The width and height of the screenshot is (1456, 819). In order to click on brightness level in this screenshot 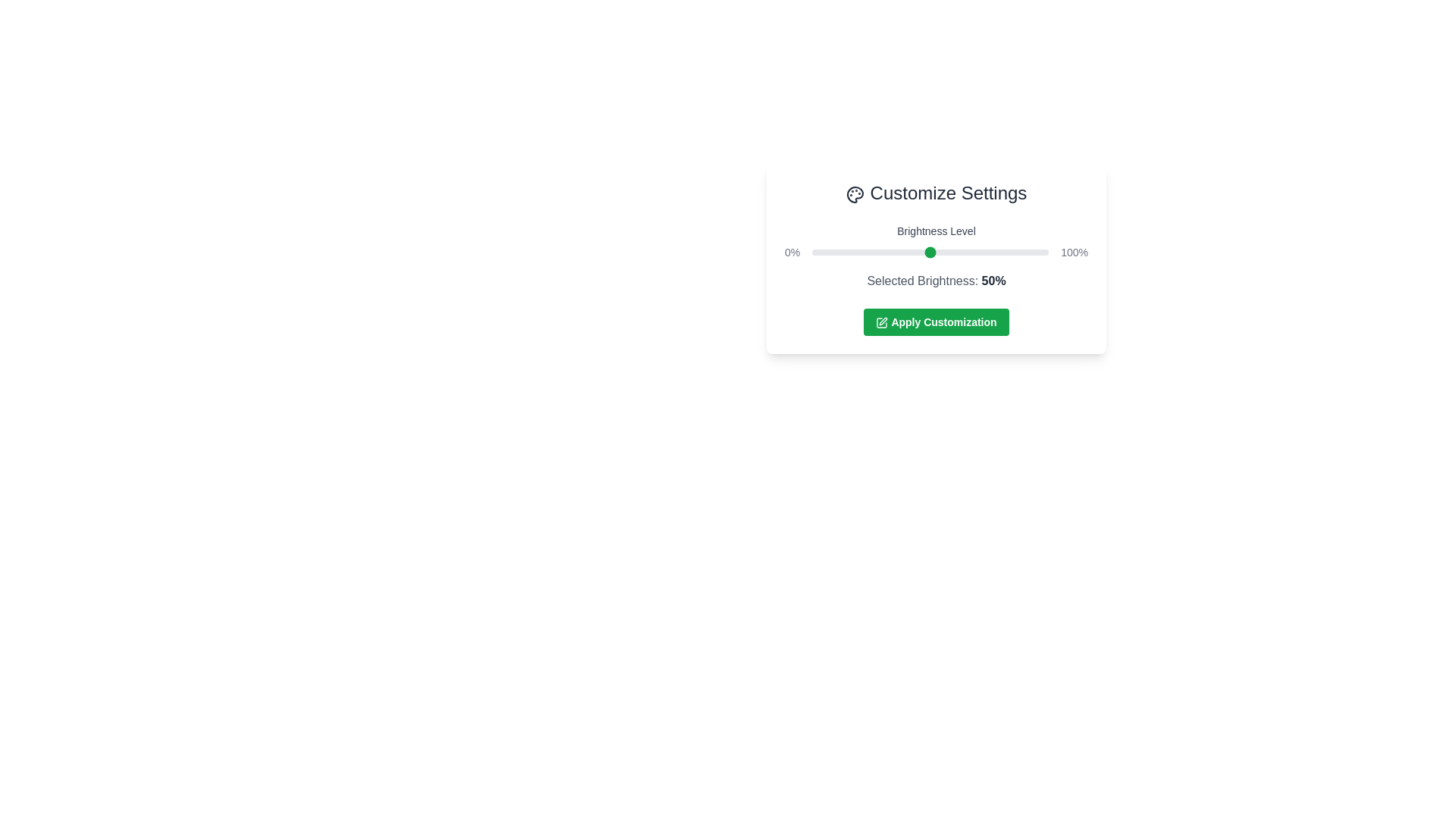, I will do `click(1018, 251)`.